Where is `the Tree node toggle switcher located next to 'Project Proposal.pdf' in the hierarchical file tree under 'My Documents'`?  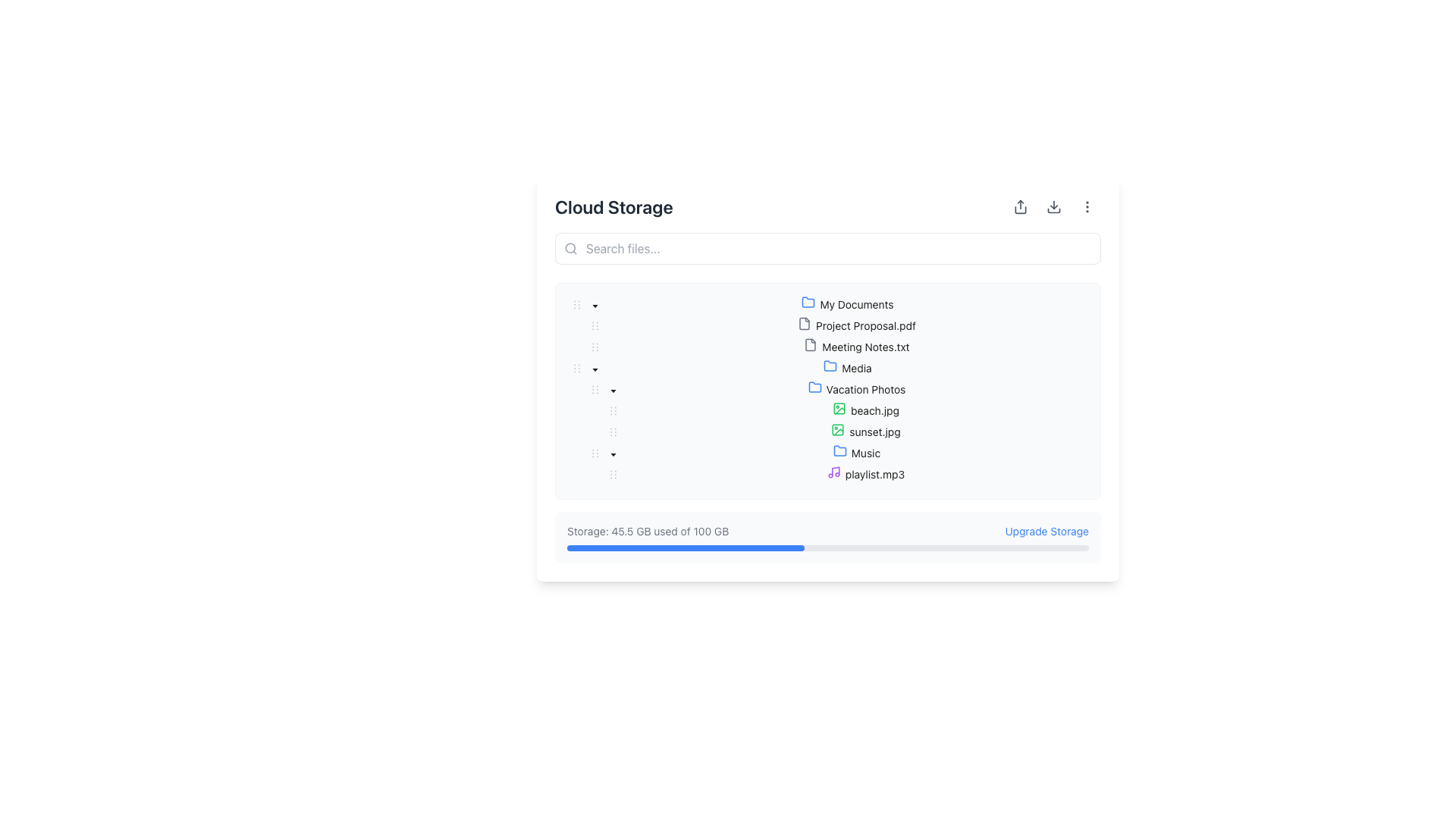 the Tree node toggle switcher located next to 'Project Proposal.pdf' in the hierarchical file tree under 'My Documents' is located at coordinates (613, 325).